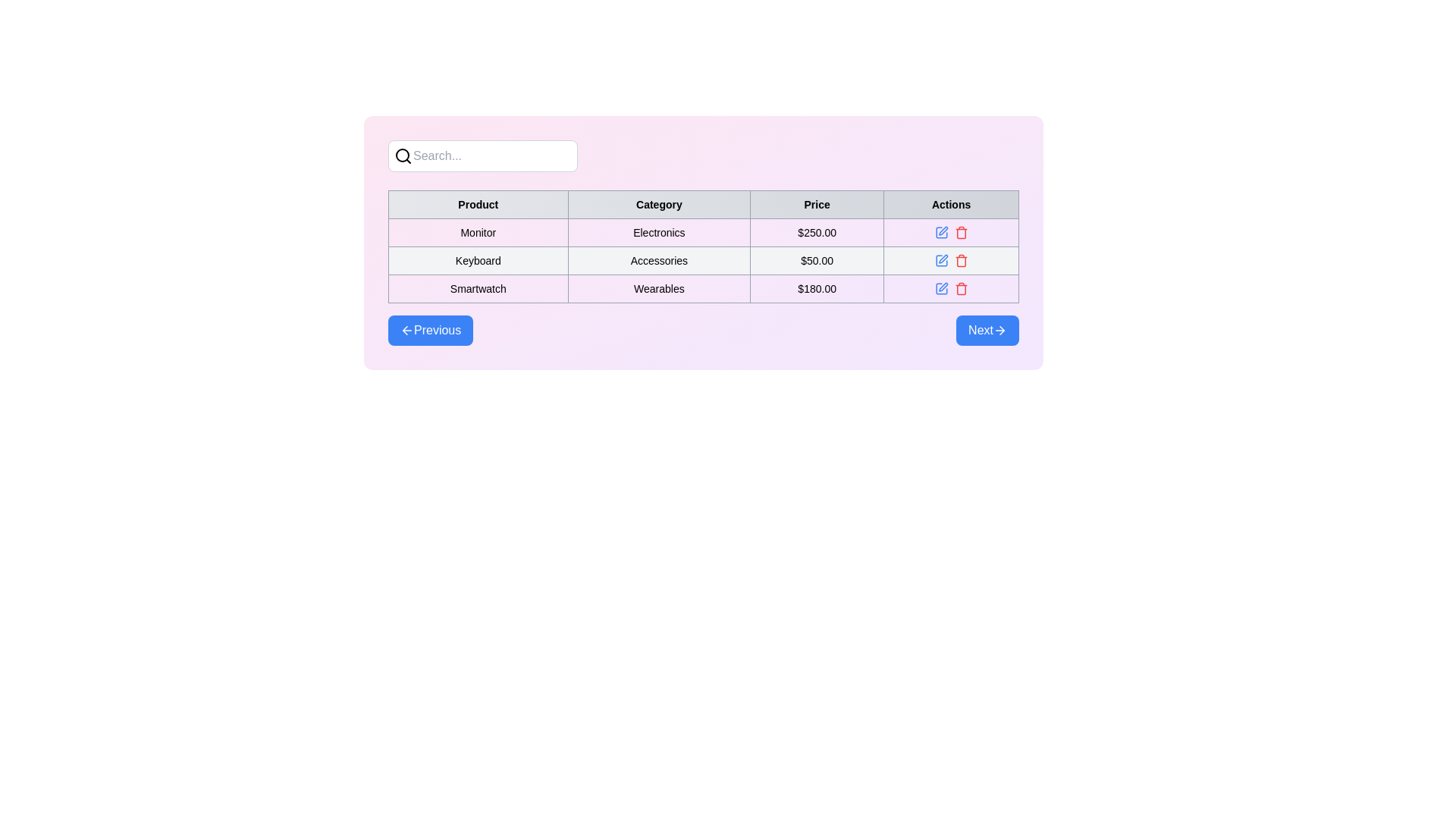 The width and height of the screenshot is (1456, 819). I want to click on the red delete icon in the ActionMenu for the Monitor item, so click(949, 233).